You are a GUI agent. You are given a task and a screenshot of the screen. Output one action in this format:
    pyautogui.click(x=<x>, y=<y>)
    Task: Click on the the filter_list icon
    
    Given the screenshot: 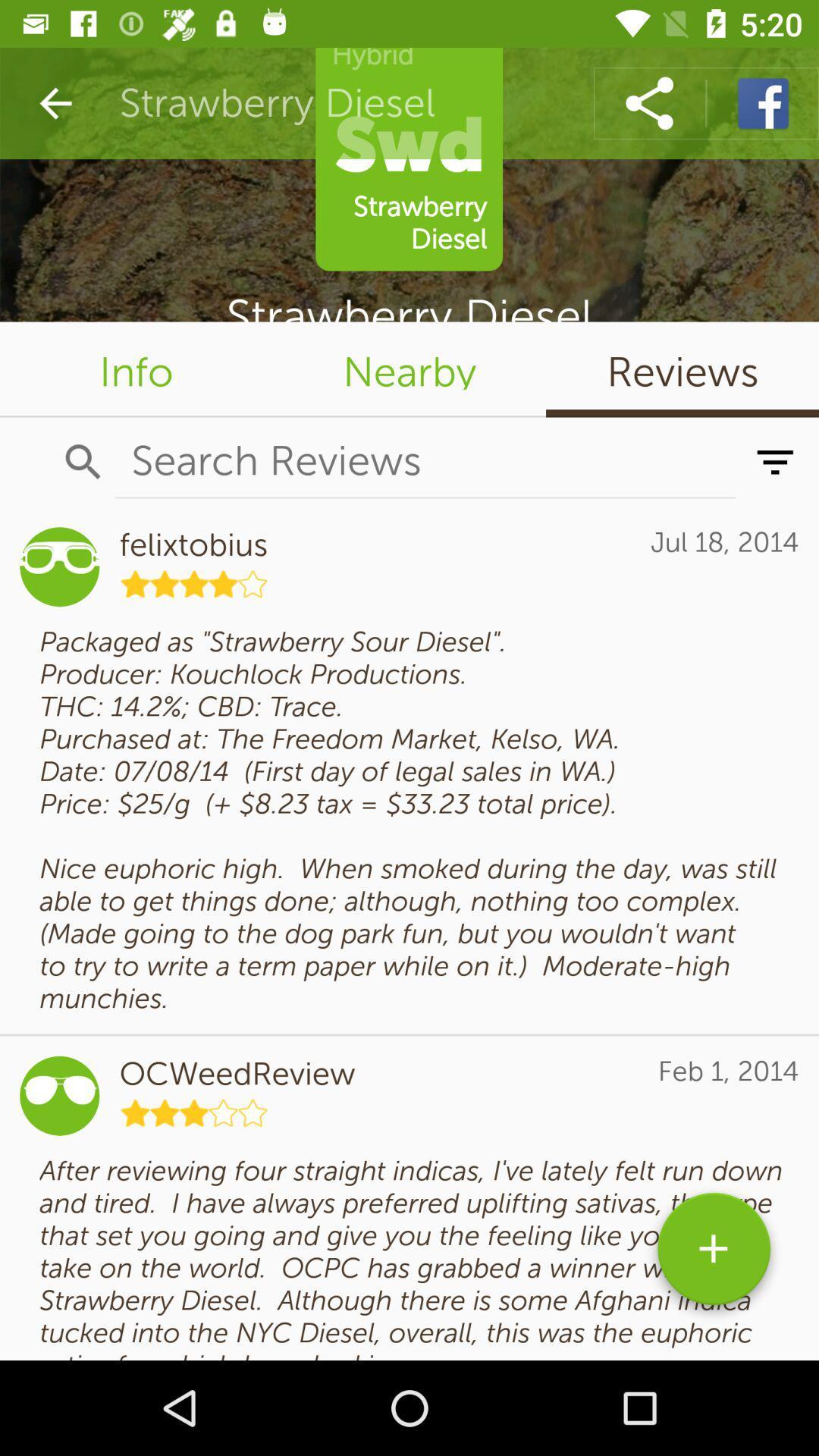 What is the action you would take?
    pyautogui.click(x=775, y=461)
    